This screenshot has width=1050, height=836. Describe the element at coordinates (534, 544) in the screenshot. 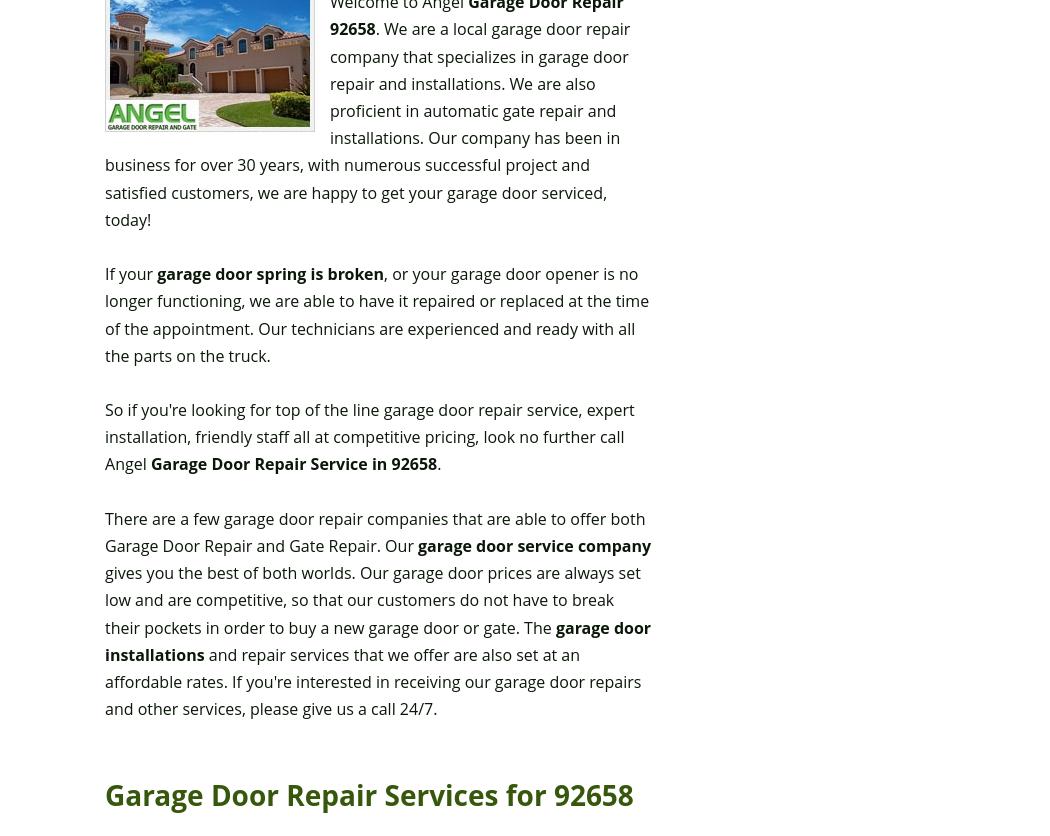

I see `'garage door service company'` at that location.